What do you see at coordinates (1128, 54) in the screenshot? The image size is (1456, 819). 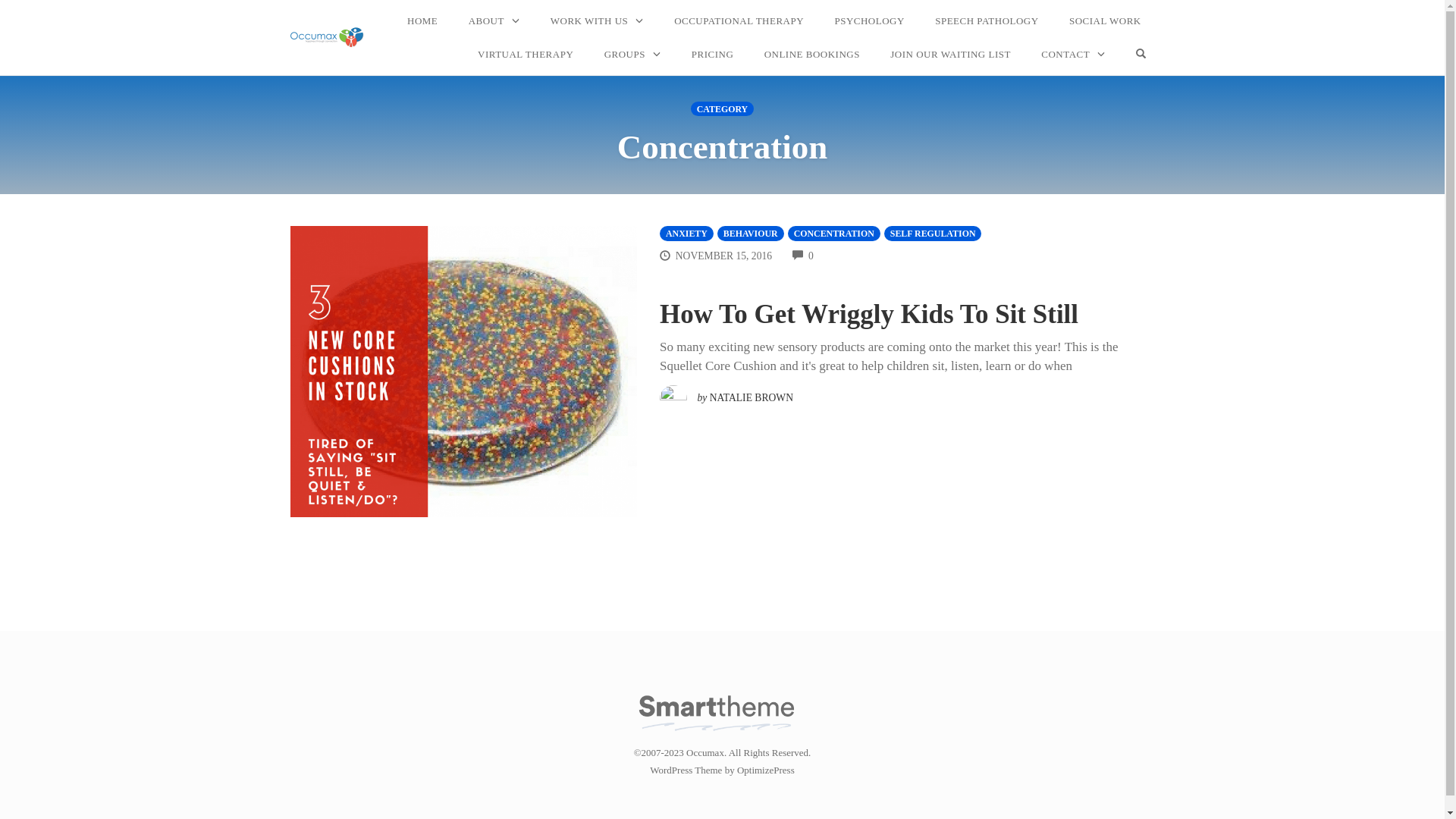 I see `'OPEN SEARCH FORM'` at bounding box center [1128, 54].